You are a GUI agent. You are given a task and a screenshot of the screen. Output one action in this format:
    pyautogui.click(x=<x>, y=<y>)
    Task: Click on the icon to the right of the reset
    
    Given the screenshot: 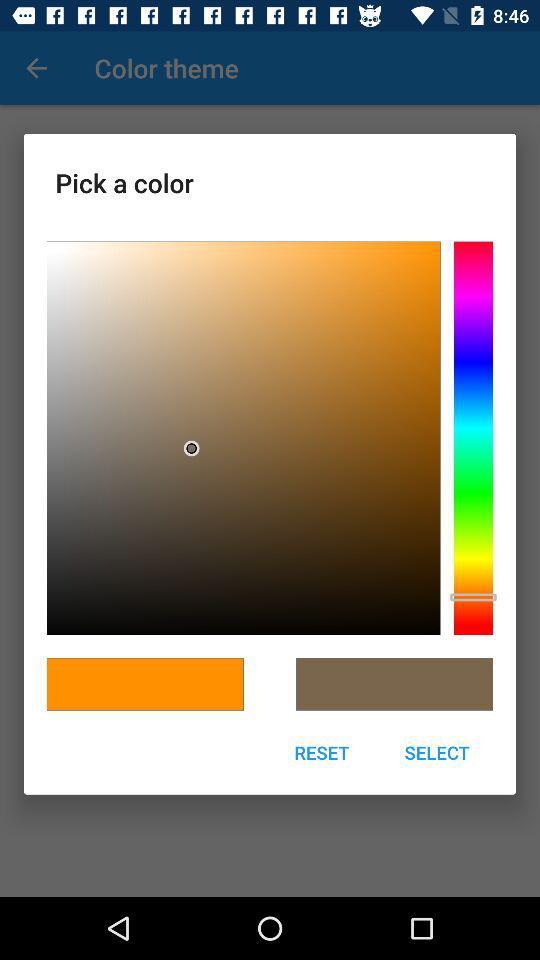 What is the action you would take?
    pyautogui.click(x=436, y=751)
    